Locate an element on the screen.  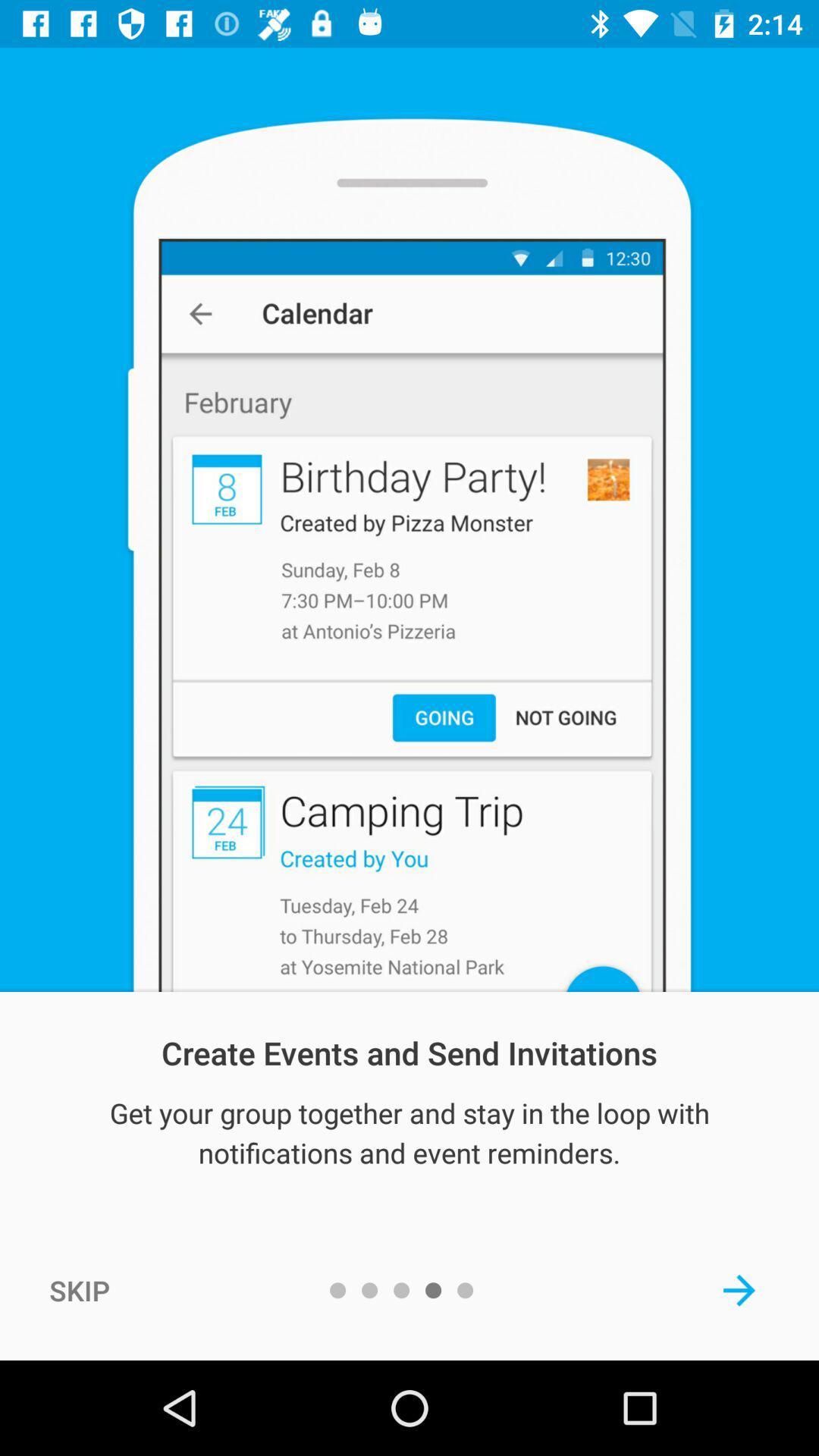
go next is located at coordinates (739, 1289).